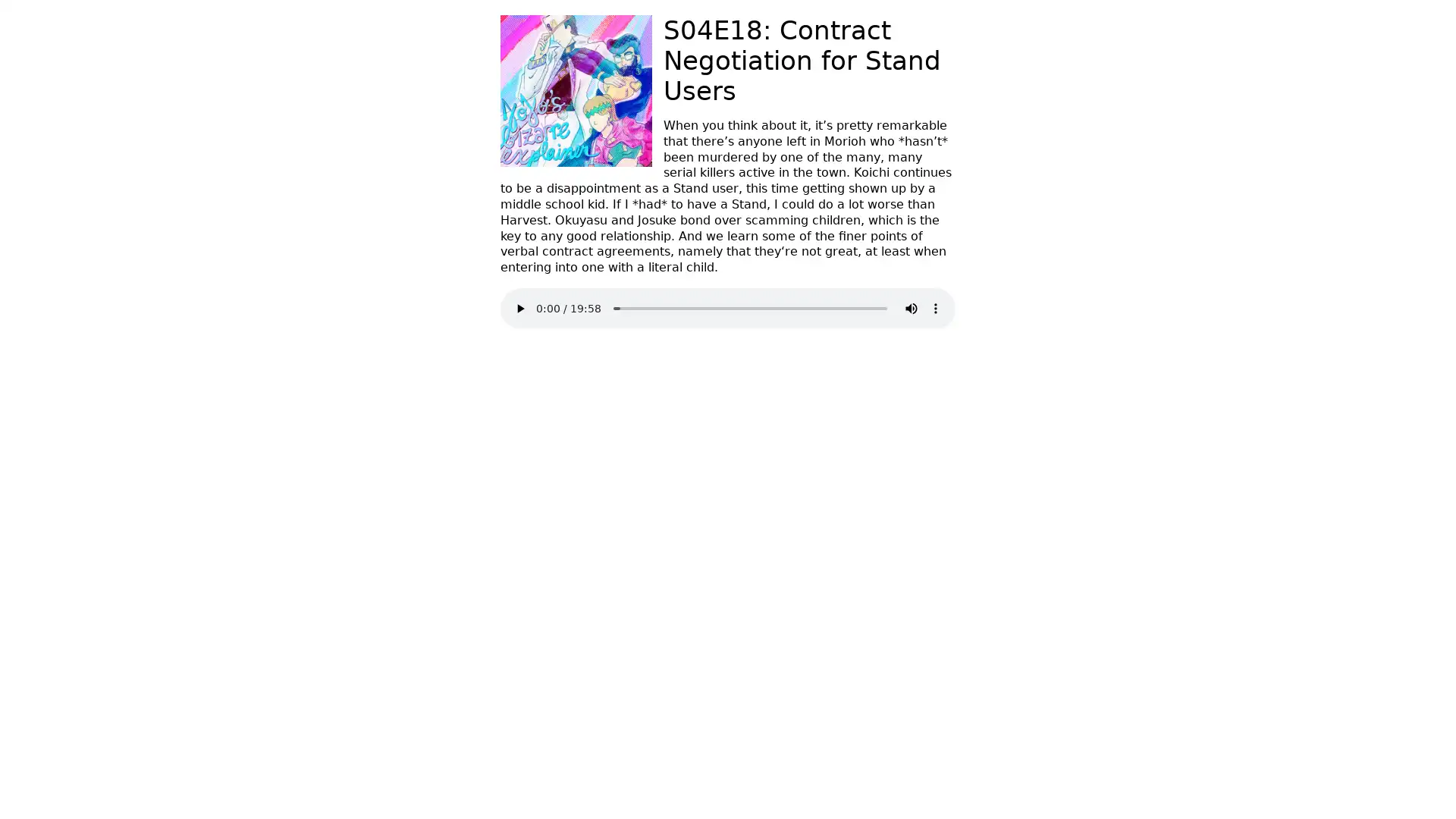 Image resolution: width=1456 pixels, height=819 pixels. I want to click on show more media controls, so click(934, 307).